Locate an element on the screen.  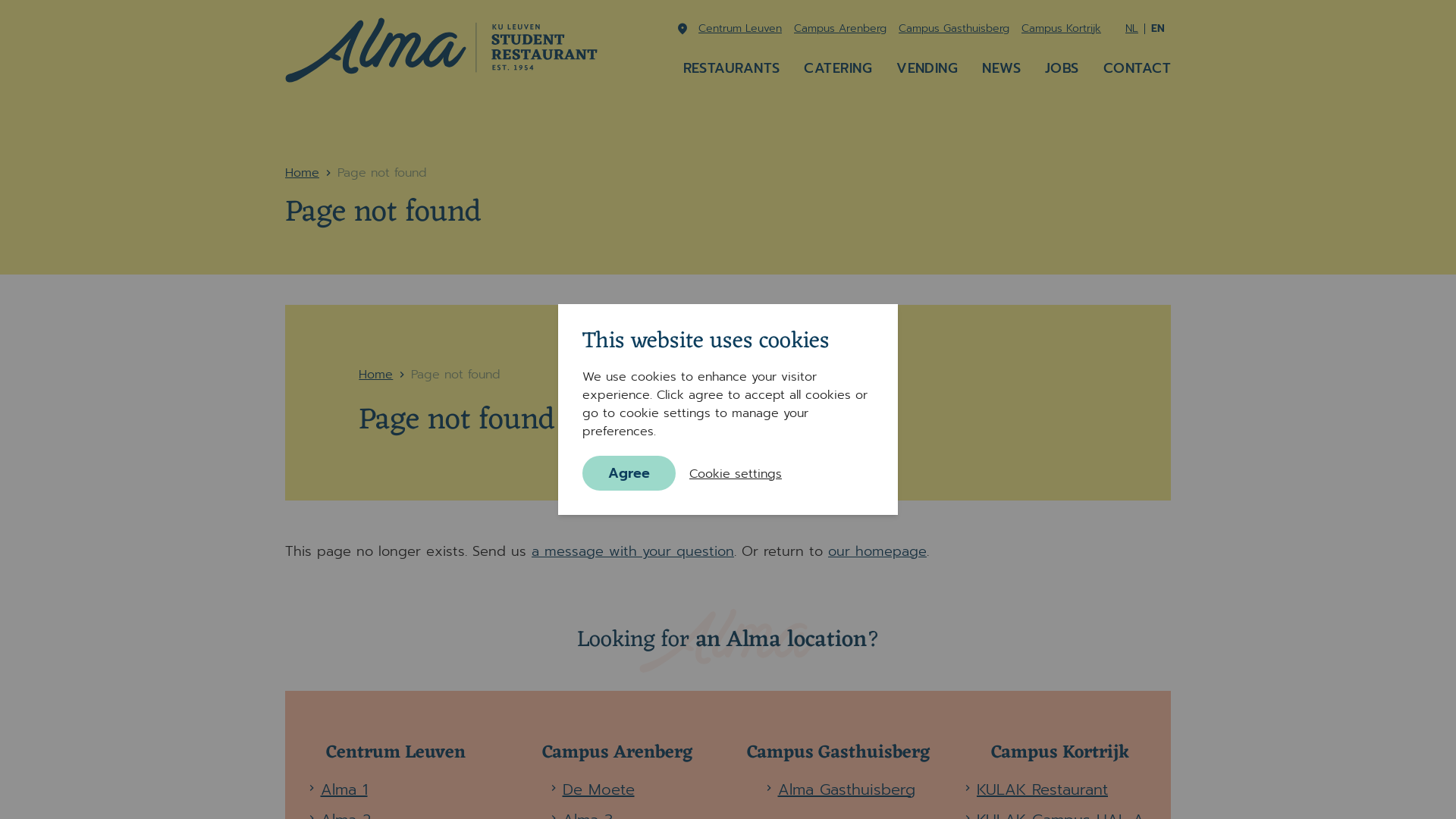
'CATERING' is located at coordinates (836, 67).